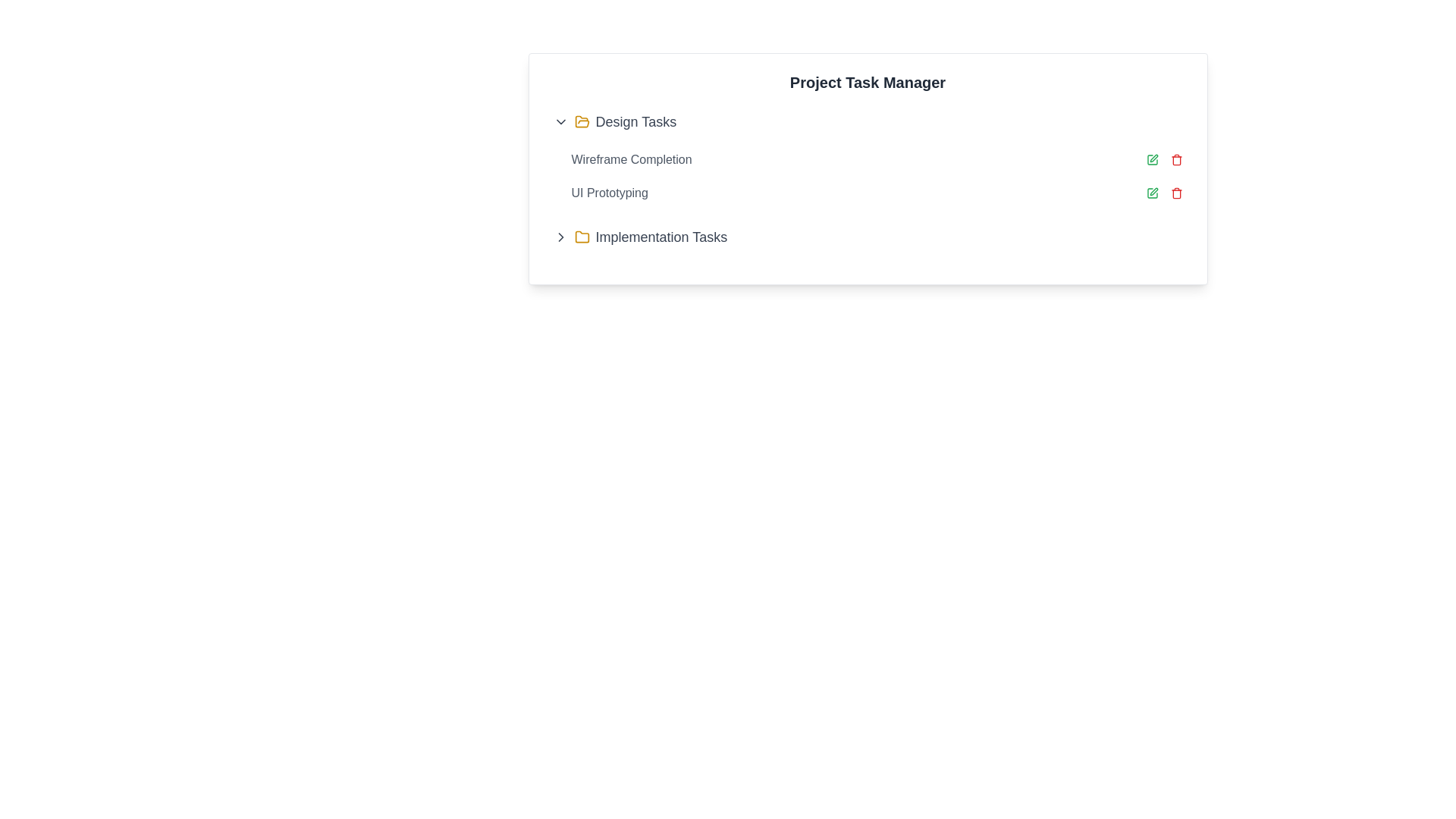  What do you see at coordinates (877, 192) in the screenshot?
I see `the task titled 'UI Prototyping'` at bounding box center [877, 192].